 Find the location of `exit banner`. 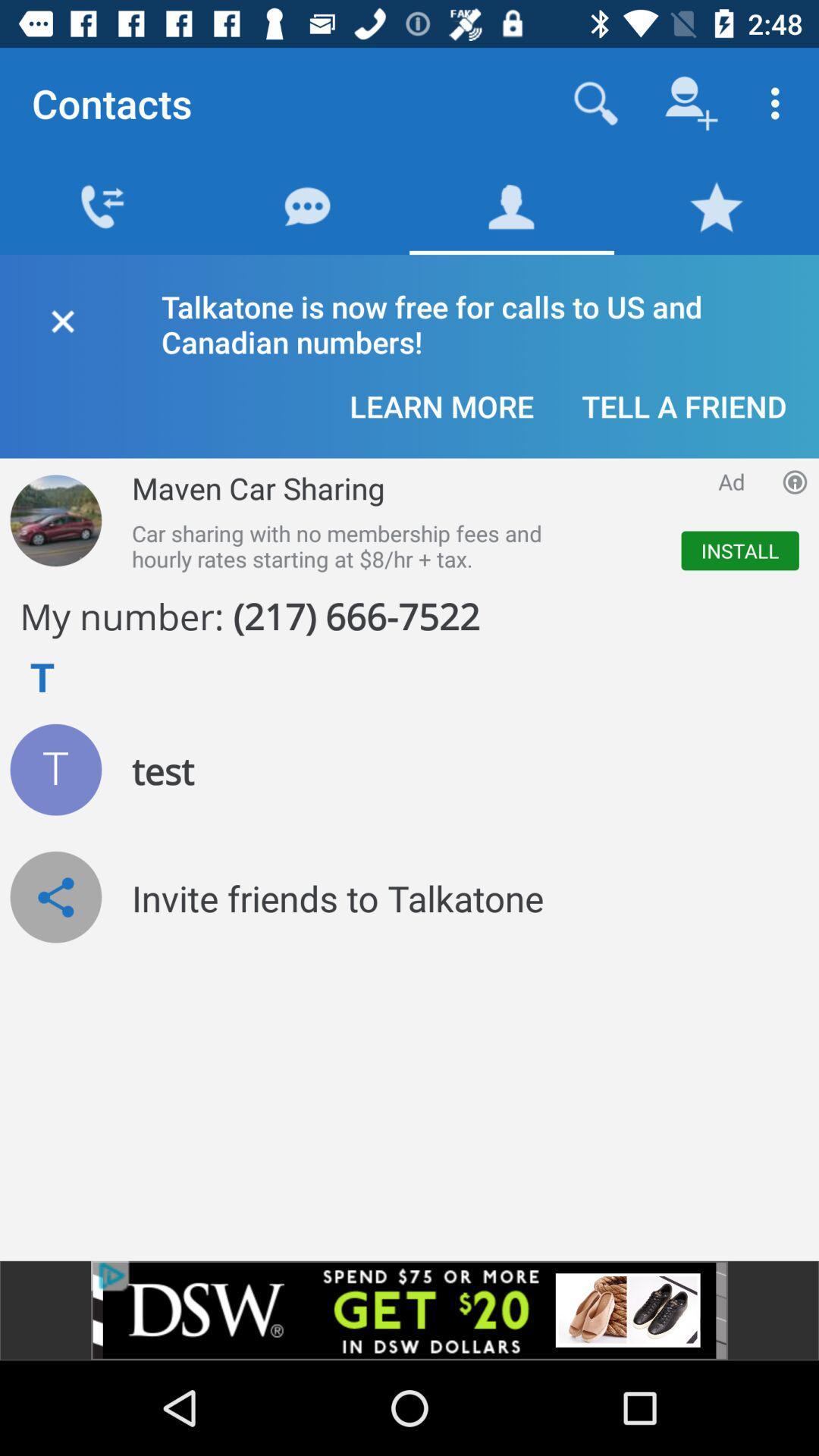

exit banner is located at coordinates (61, 318).